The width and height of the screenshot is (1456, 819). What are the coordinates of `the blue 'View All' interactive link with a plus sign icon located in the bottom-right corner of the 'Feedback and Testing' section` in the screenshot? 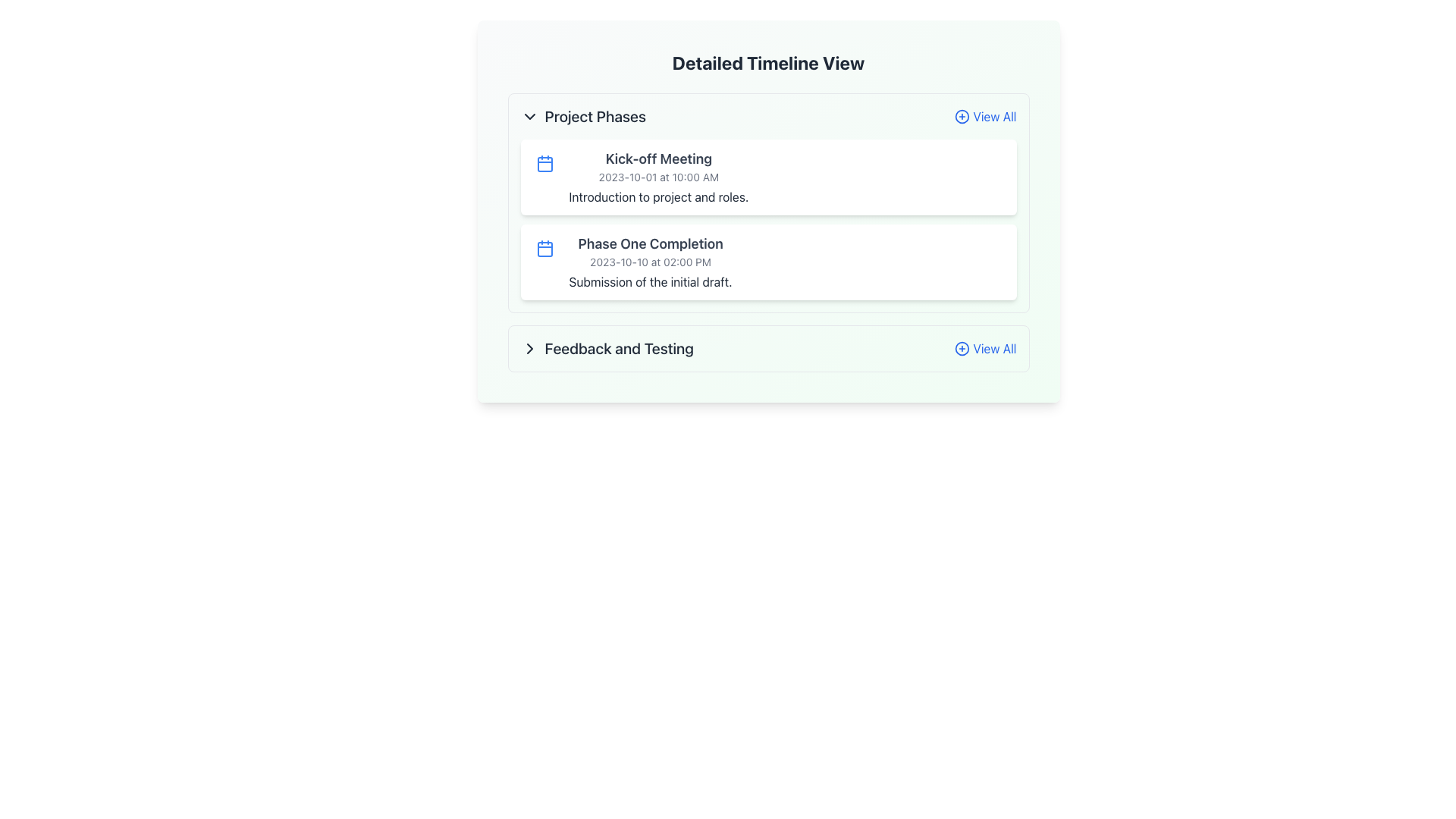 It's located at (985, 348).